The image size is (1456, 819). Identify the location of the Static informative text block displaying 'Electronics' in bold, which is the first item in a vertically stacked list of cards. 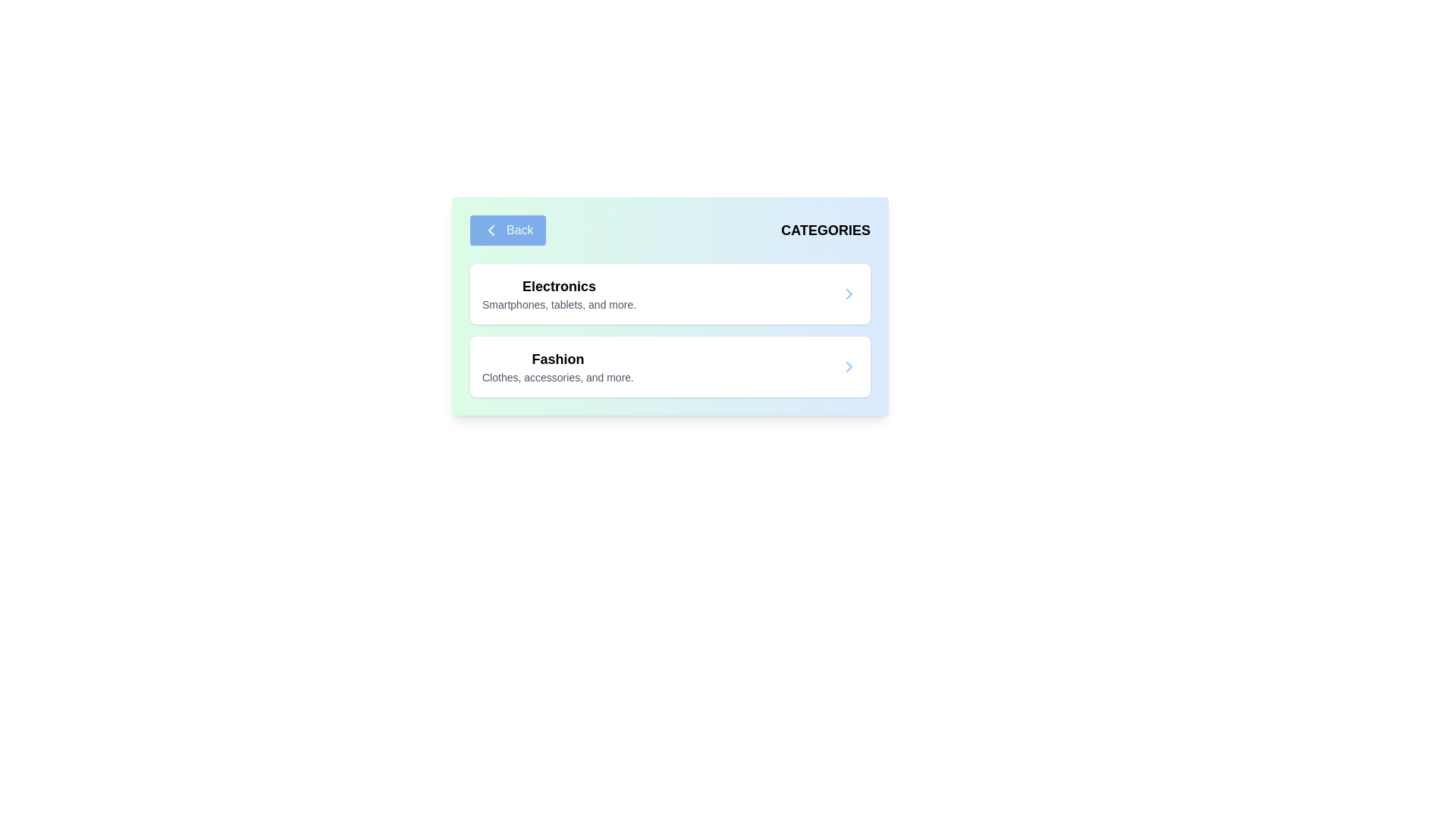
(558, 294).